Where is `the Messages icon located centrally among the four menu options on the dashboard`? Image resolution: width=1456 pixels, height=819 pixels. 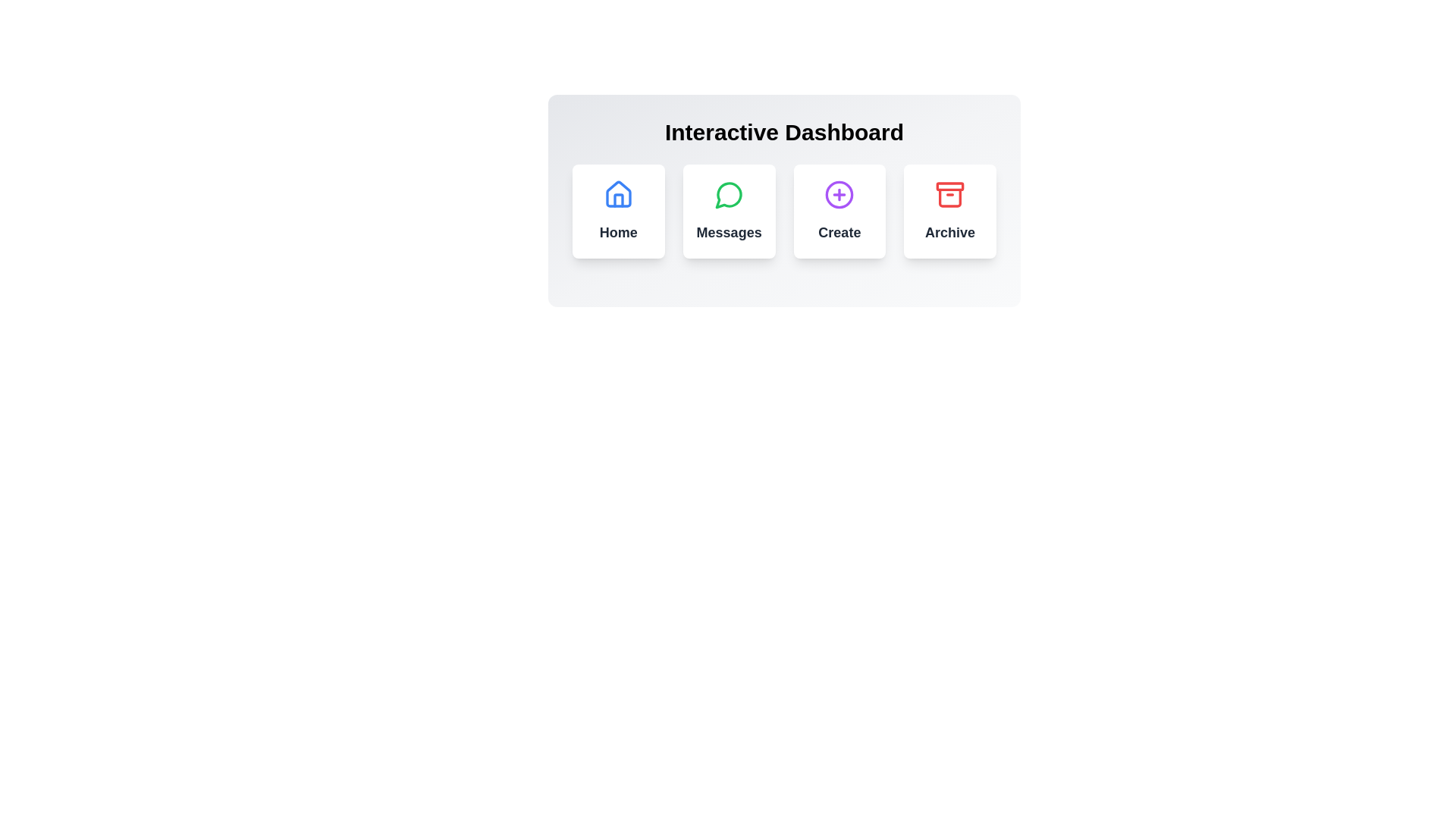
the Messages icon located centrally among the four menu options on the dashboard is located at coordinates (728, 194).